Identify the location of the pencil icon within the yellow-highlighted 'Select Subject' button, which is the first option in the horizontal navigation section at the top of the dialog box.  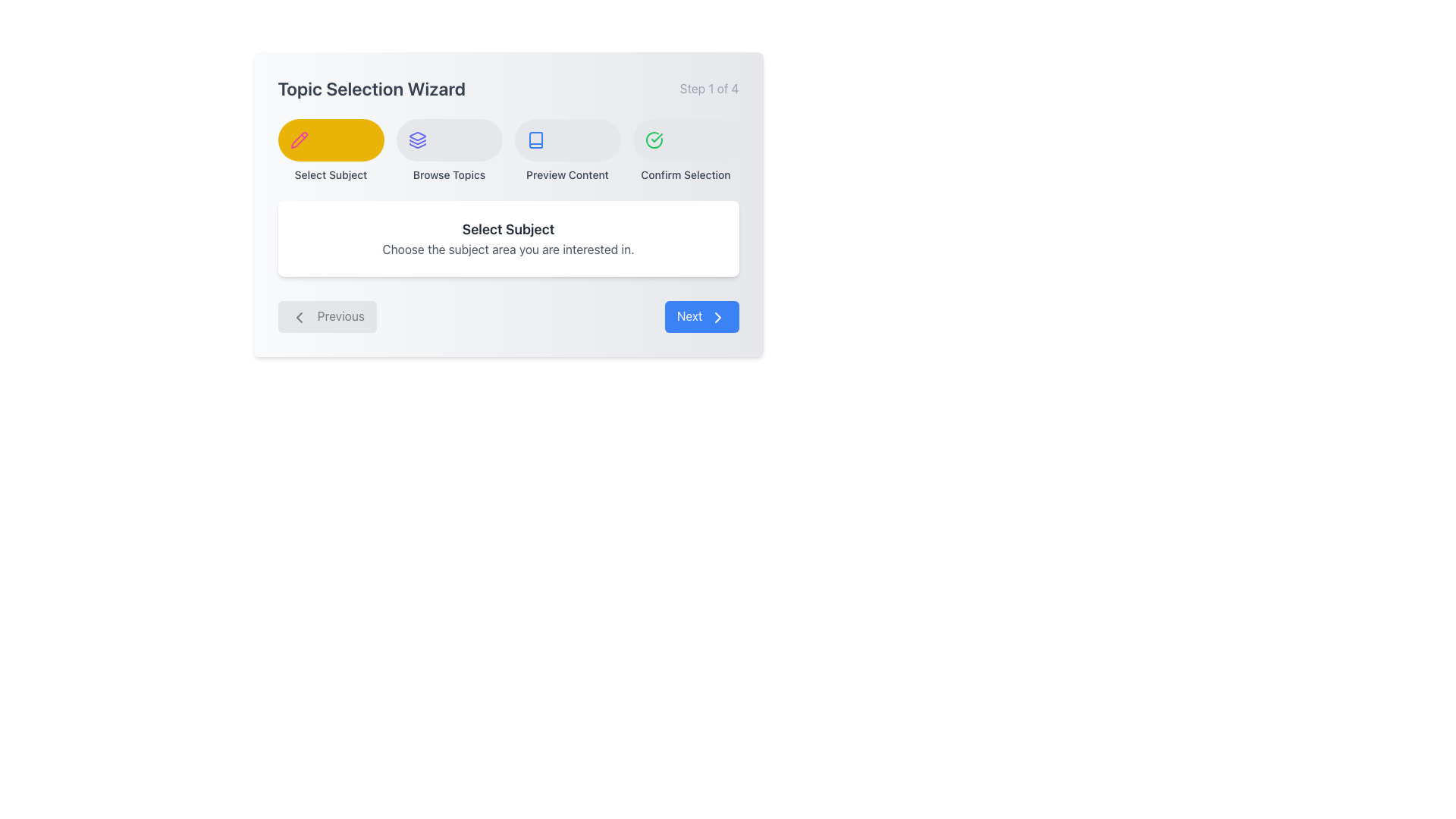
(299, 140).